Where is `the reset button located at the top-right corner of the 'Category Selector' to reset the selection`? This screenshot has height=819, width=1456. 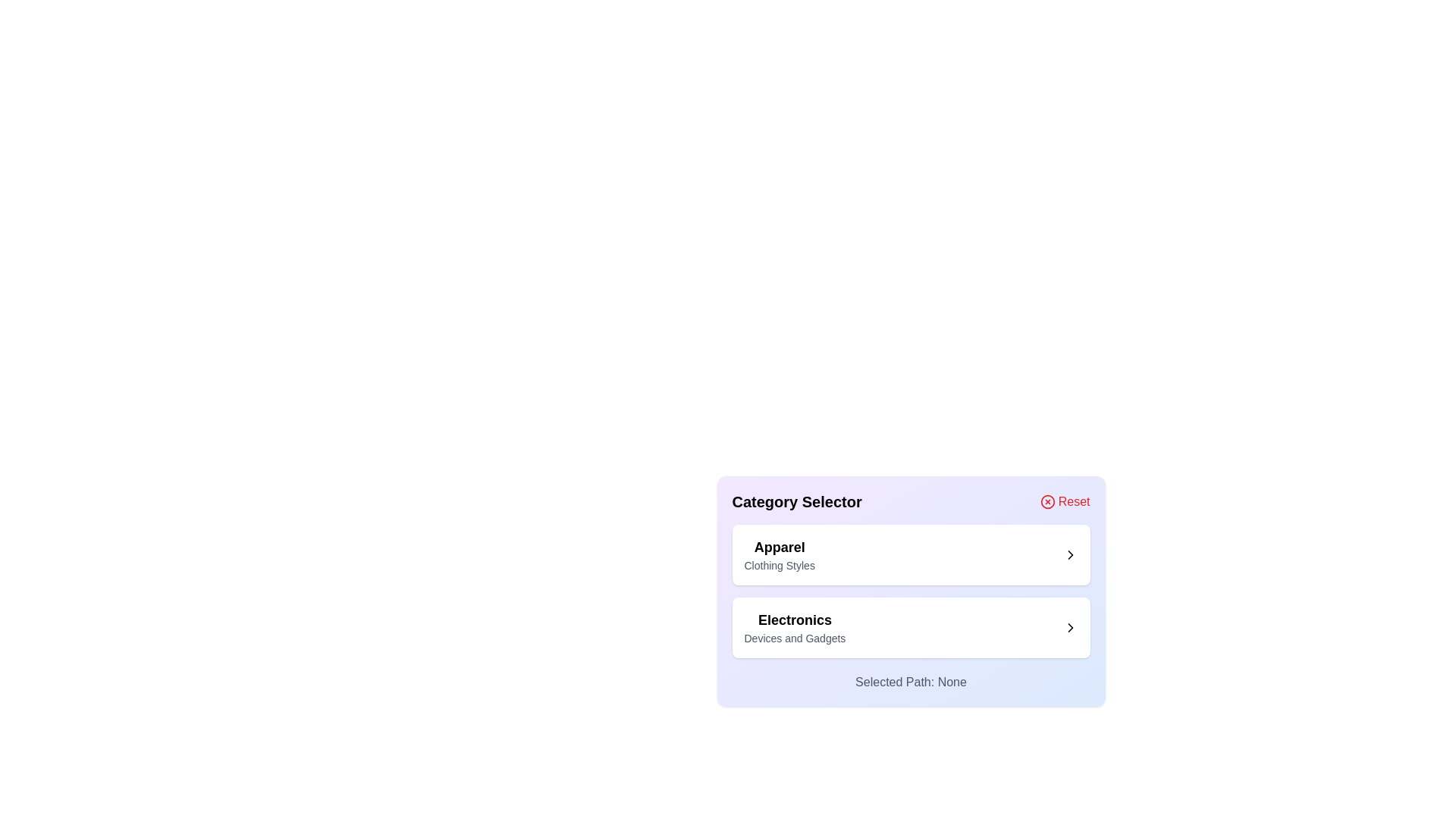 the reset button located at the top-right corner of the 'Category Selector' to reset the selection is located at coordinates (1064, 502).